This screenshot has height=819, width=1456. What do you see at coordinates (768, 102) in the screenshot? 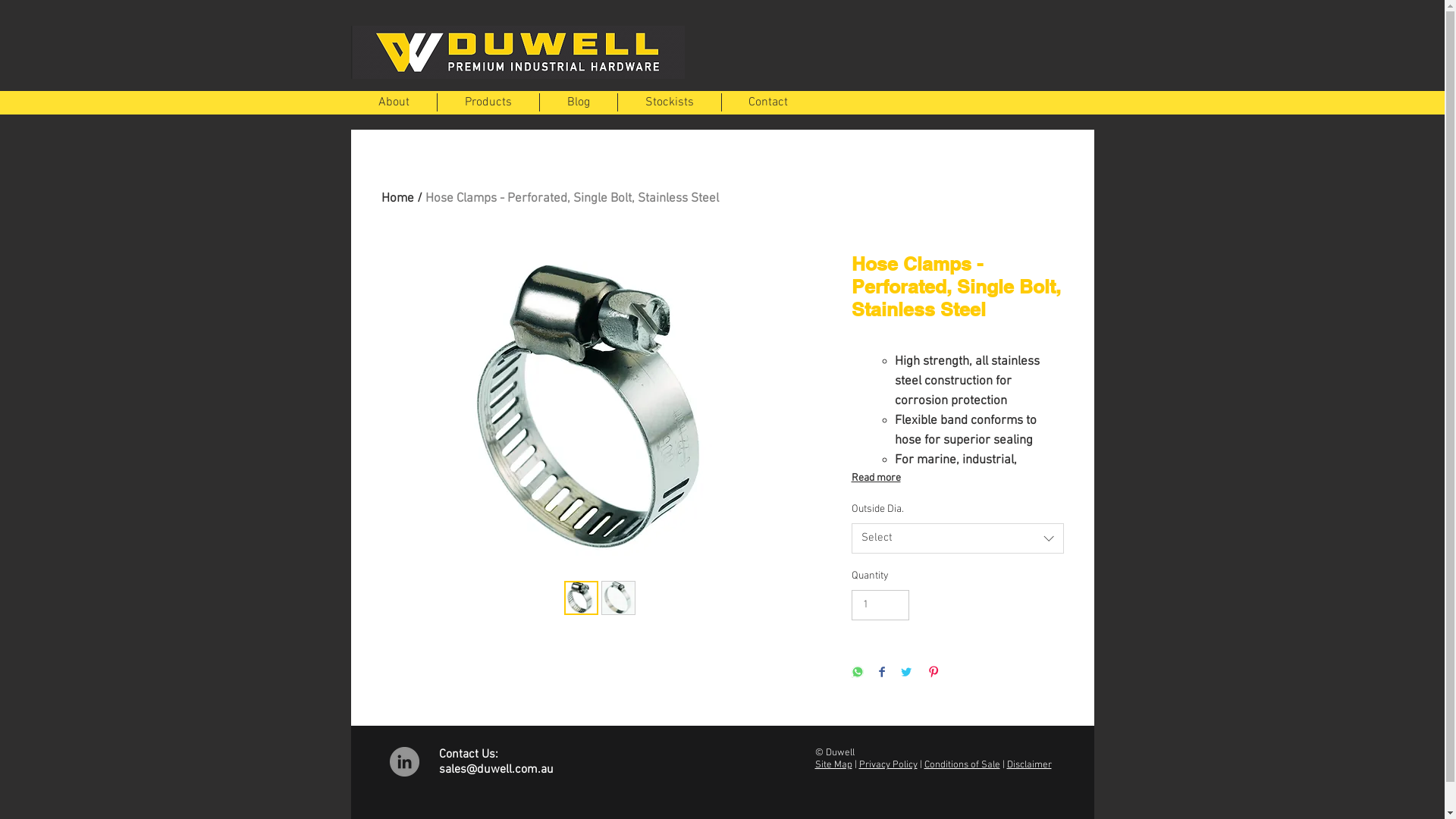
I see `'Contact'` at bounding box center [768, 102].